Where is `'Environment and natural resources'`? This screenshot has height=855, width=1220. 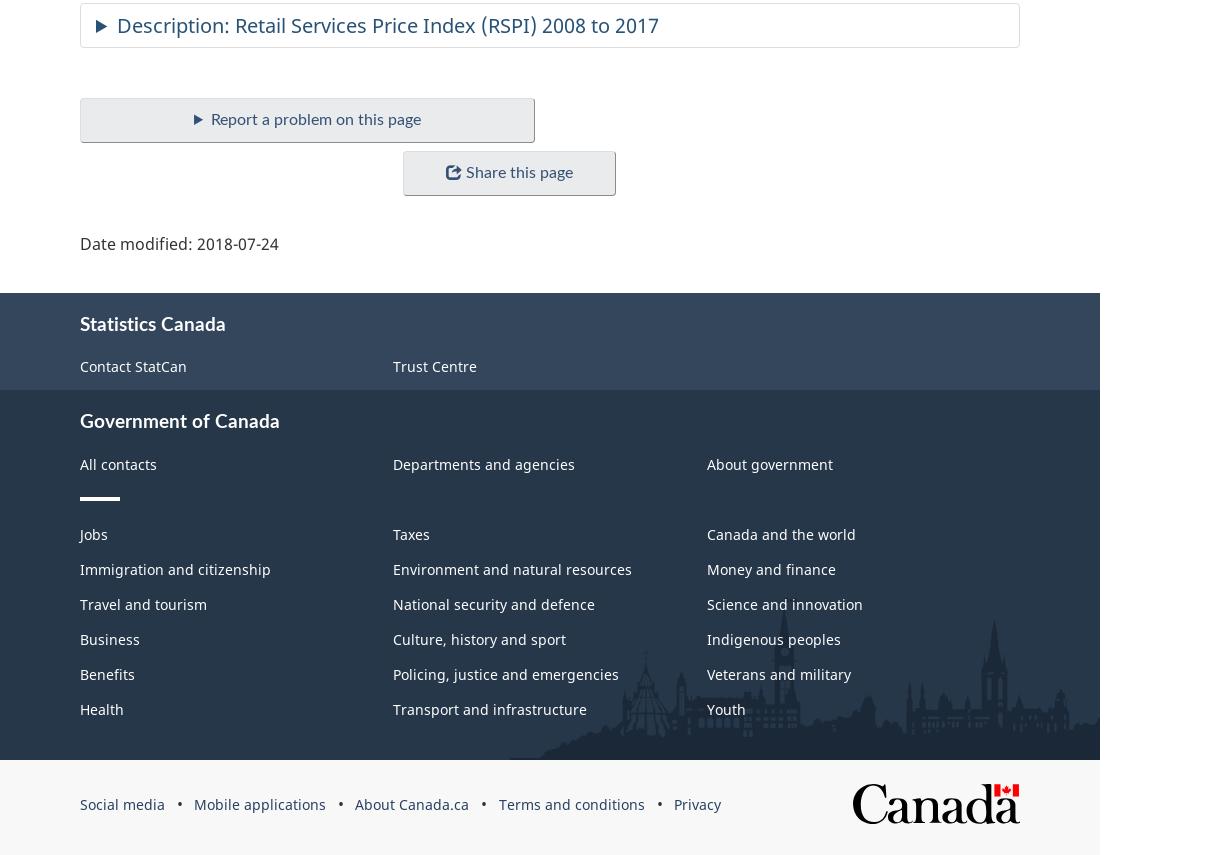
'Environment and natural resources' is located at coordinates (512, 567).